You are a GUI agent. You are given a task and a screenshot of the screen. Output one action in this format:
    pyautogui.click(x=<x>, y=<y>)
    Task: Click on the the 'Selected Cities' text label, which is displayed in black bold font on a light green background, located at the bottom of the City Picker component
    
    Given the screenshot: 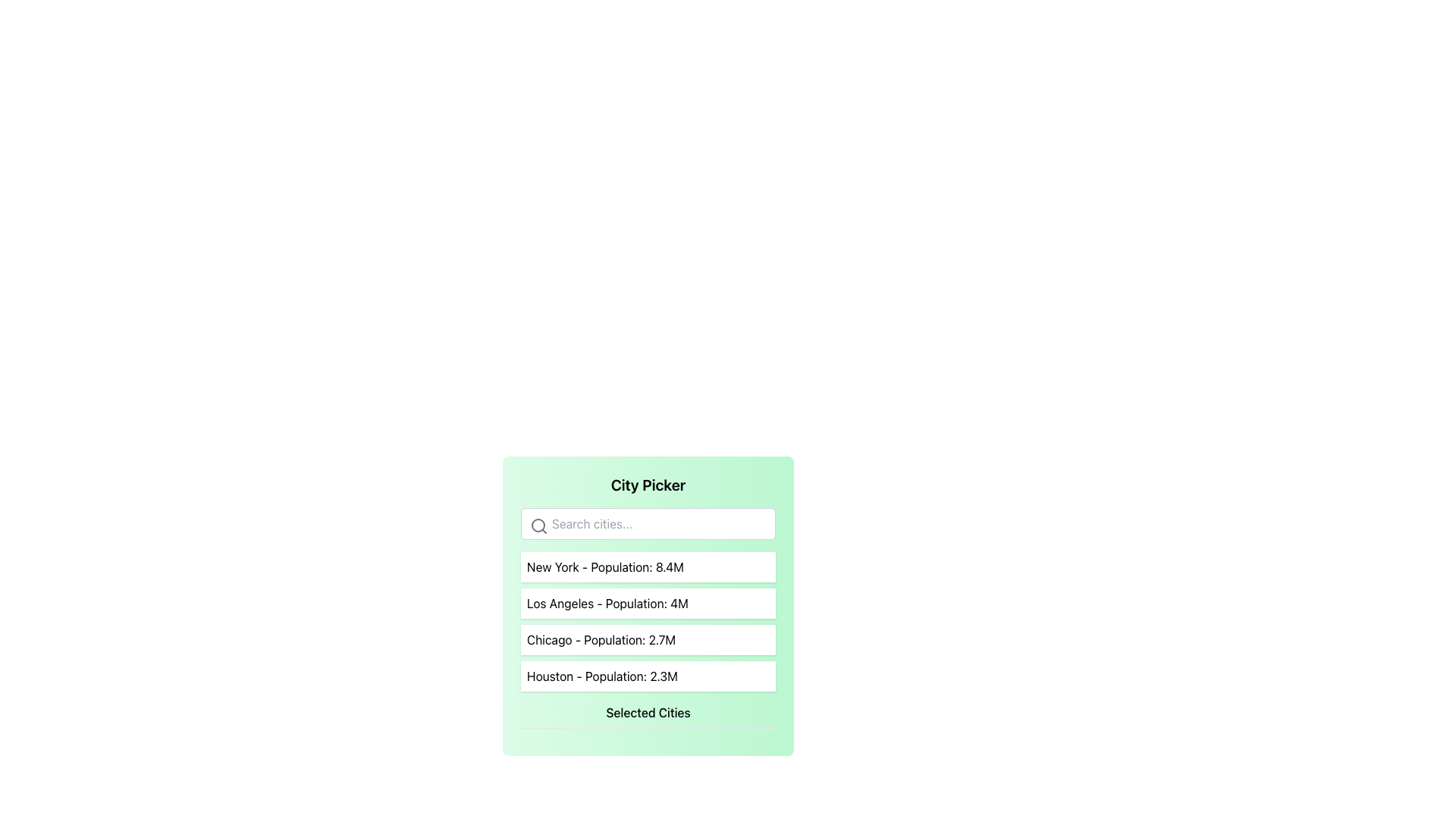 What is the action you would take?
    pyautogui.click(x=648, y=716)
    